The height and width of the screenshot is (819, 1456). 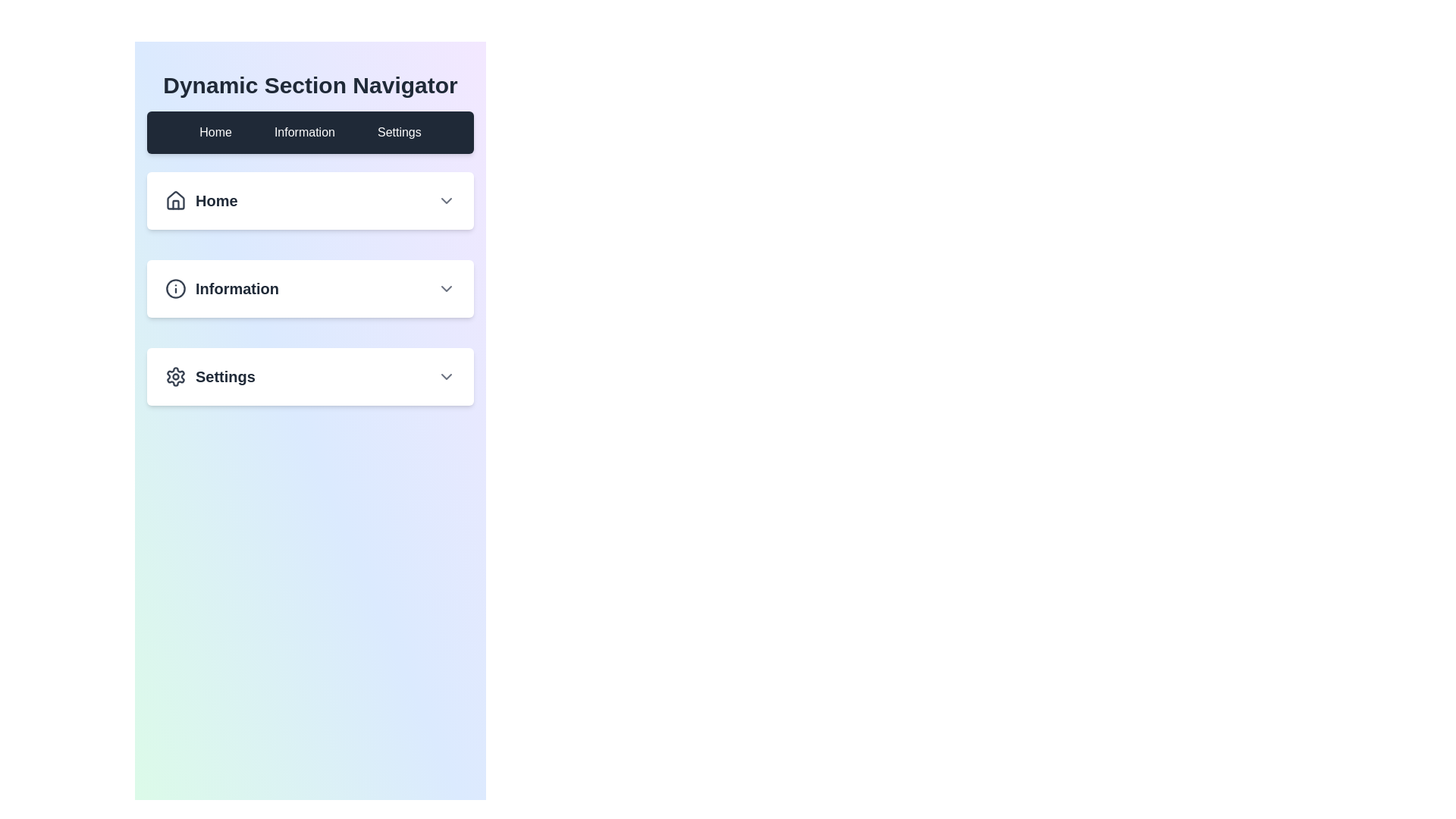 I want to click on 'Settings' label located in the third navigational option of the sidebar, directly below the 'Information' section, to understand its purpose, so click(x=224, y=376).